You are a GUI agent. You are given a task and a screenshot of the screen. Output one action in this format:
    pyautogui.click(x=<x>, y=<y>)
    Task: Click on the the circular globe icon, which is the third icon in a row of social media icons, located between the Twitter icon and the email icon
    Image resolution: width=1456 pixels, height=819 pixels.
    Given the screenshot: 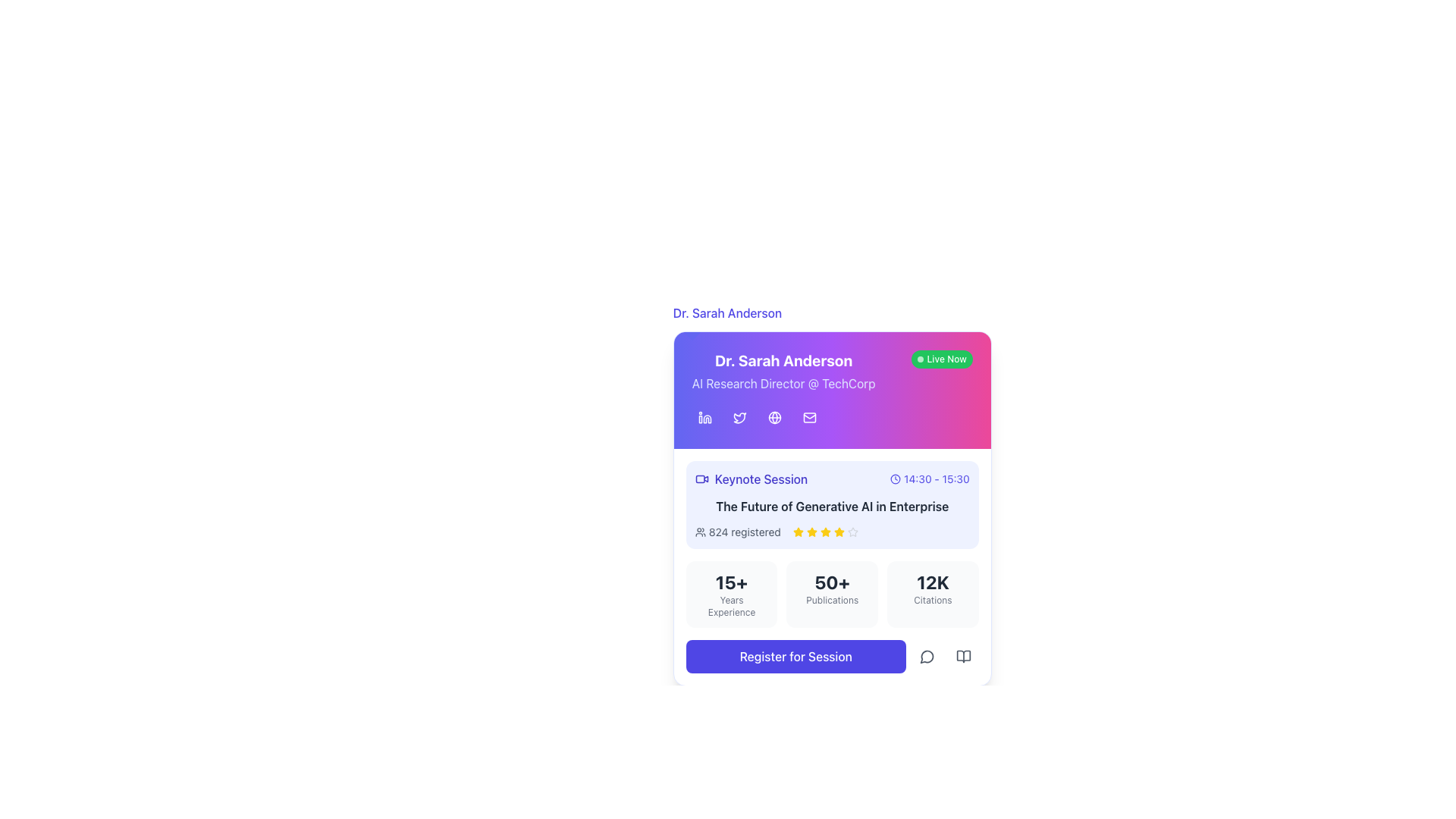 What is the action you would take?
    pyautogui.click(x=774, y=418)
    